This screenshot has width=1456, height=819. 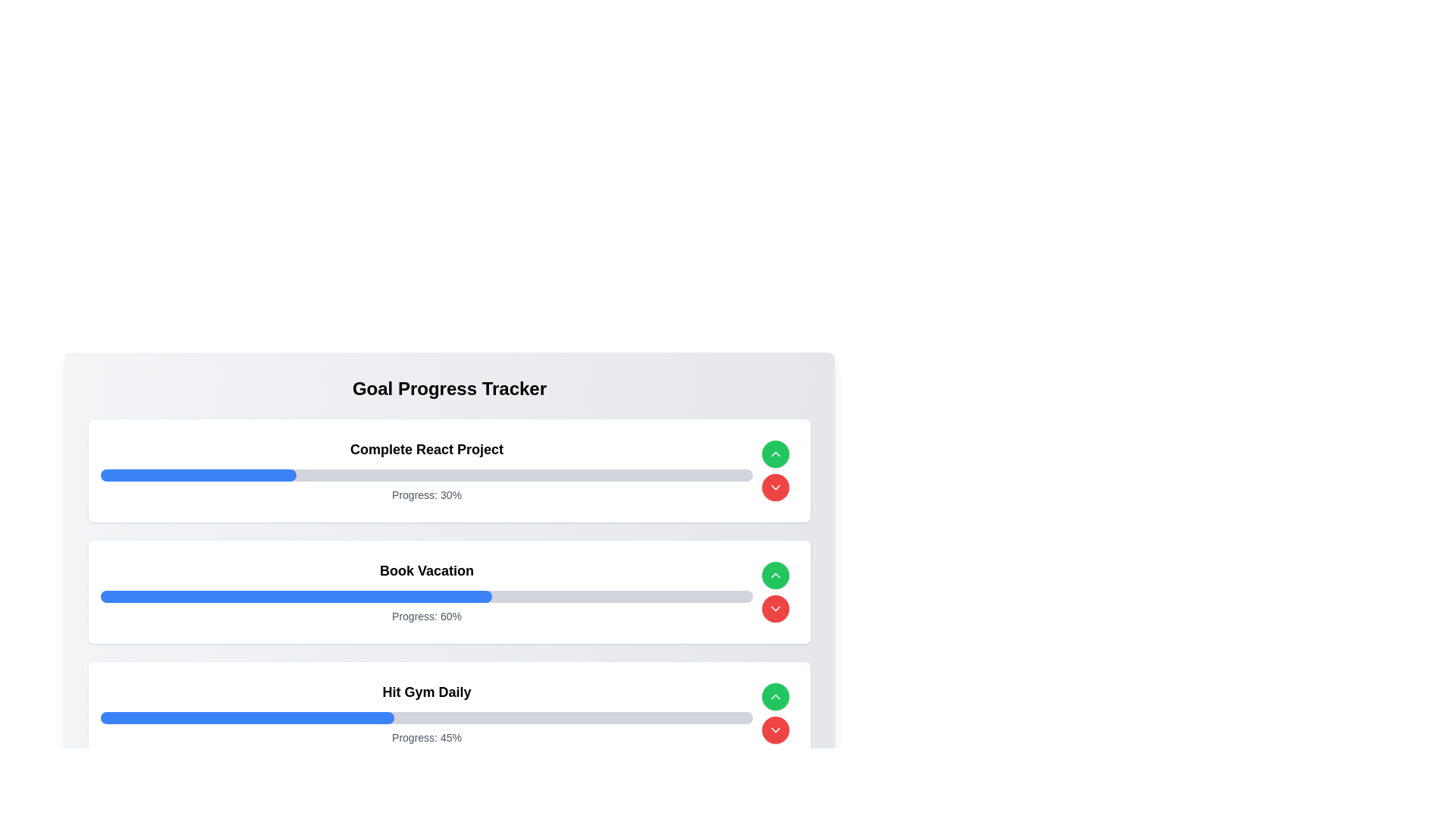 What do you see at coordinates (775, 607) in the screenshot?
I see `the downward-pointing chevron icon located in the red circular button at the bottom right corner of the 'Complete React Project' progress tracker item` at bounding box center [775, 607].